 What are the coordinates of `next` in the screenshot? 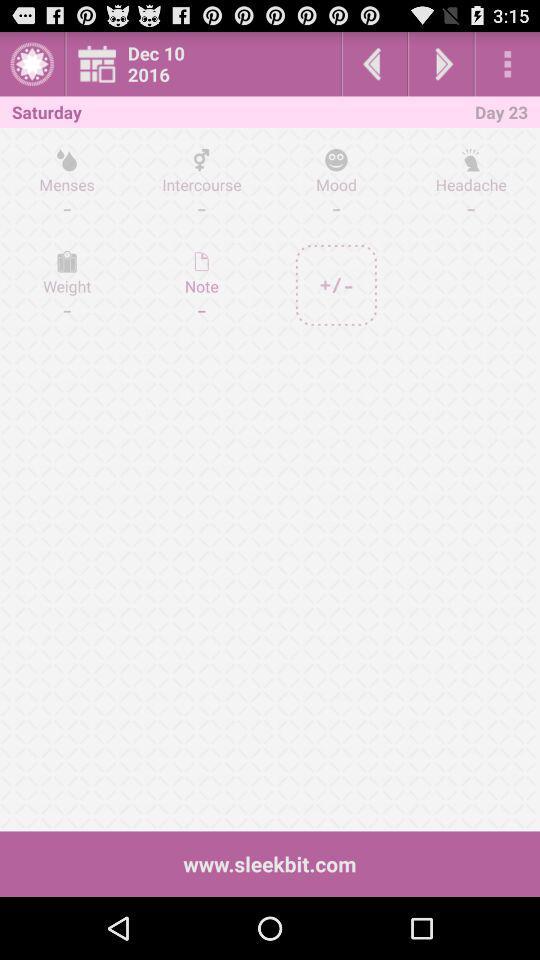 It's located at (441, 63).